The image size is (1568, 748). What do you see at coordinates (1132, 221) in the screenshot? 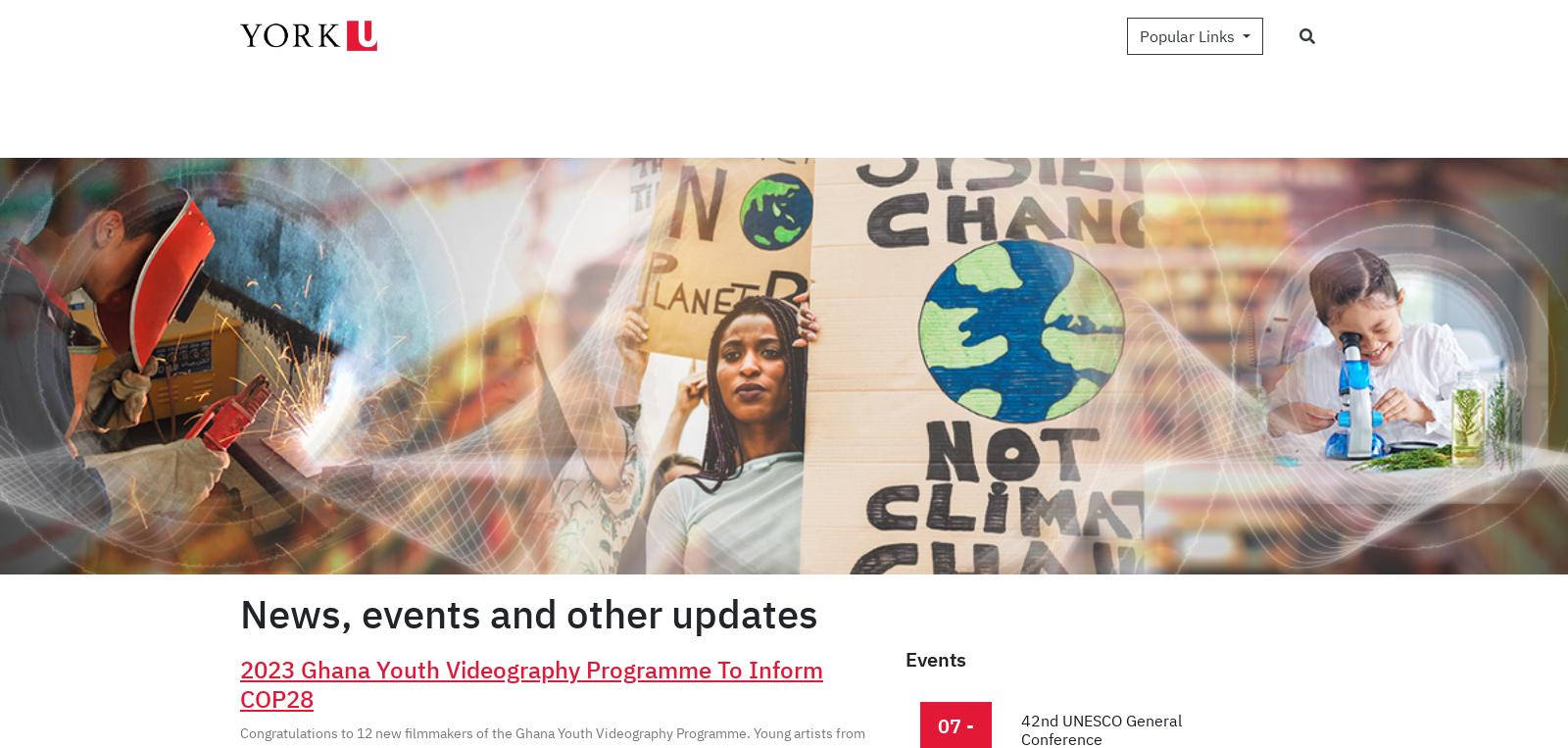
I see `'Recruiting young leaders to collect youth thoughts on technology in education!'` at bounding box center [1132, 221].